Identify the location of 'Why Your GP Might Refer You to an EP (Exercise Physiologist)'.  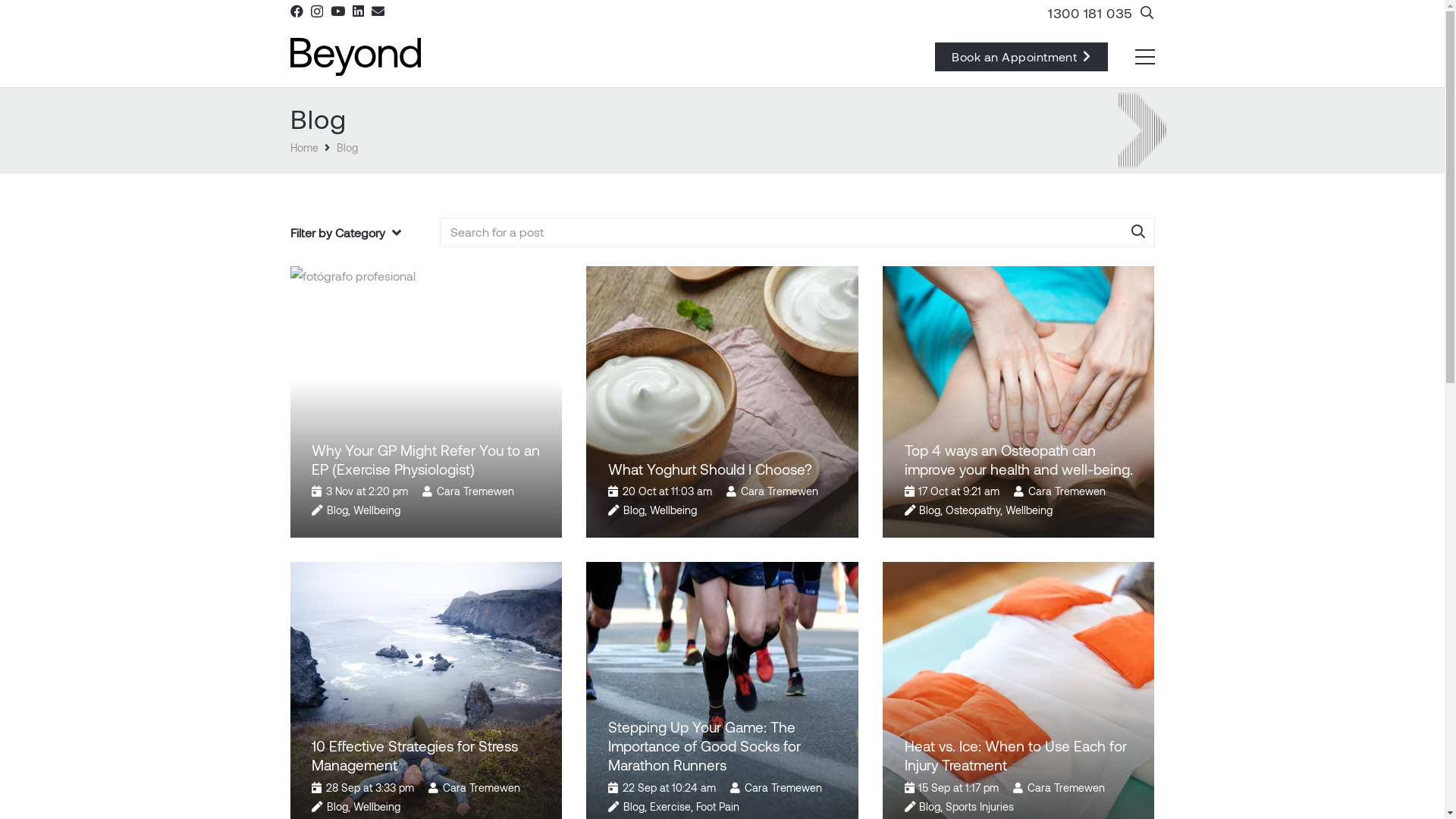
(425, 458).